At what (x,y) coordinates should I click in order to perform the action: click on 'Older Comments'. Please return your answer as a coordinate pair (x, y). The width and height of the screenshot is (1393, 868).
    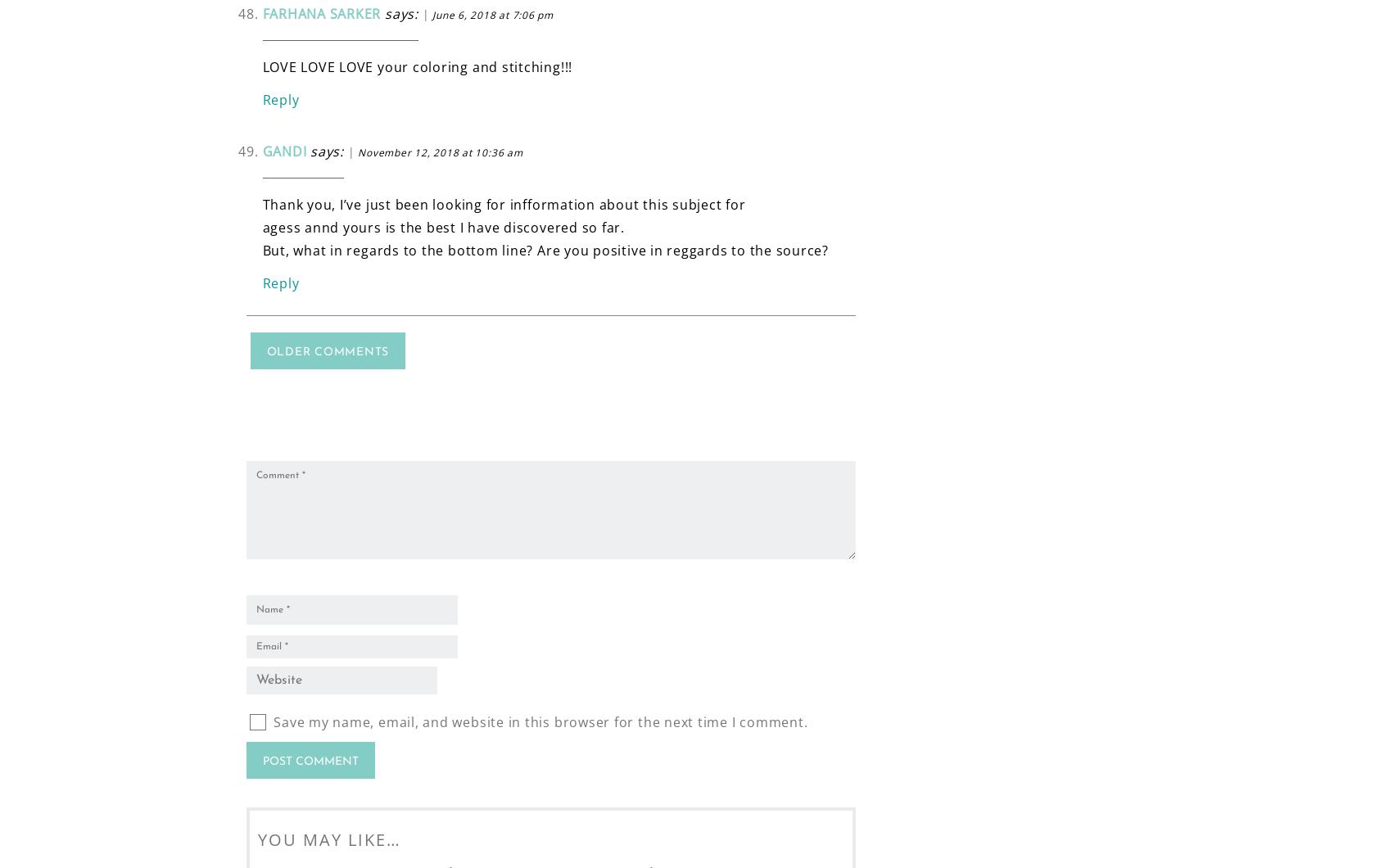
    Looking at the image, I should click on (327, 350).